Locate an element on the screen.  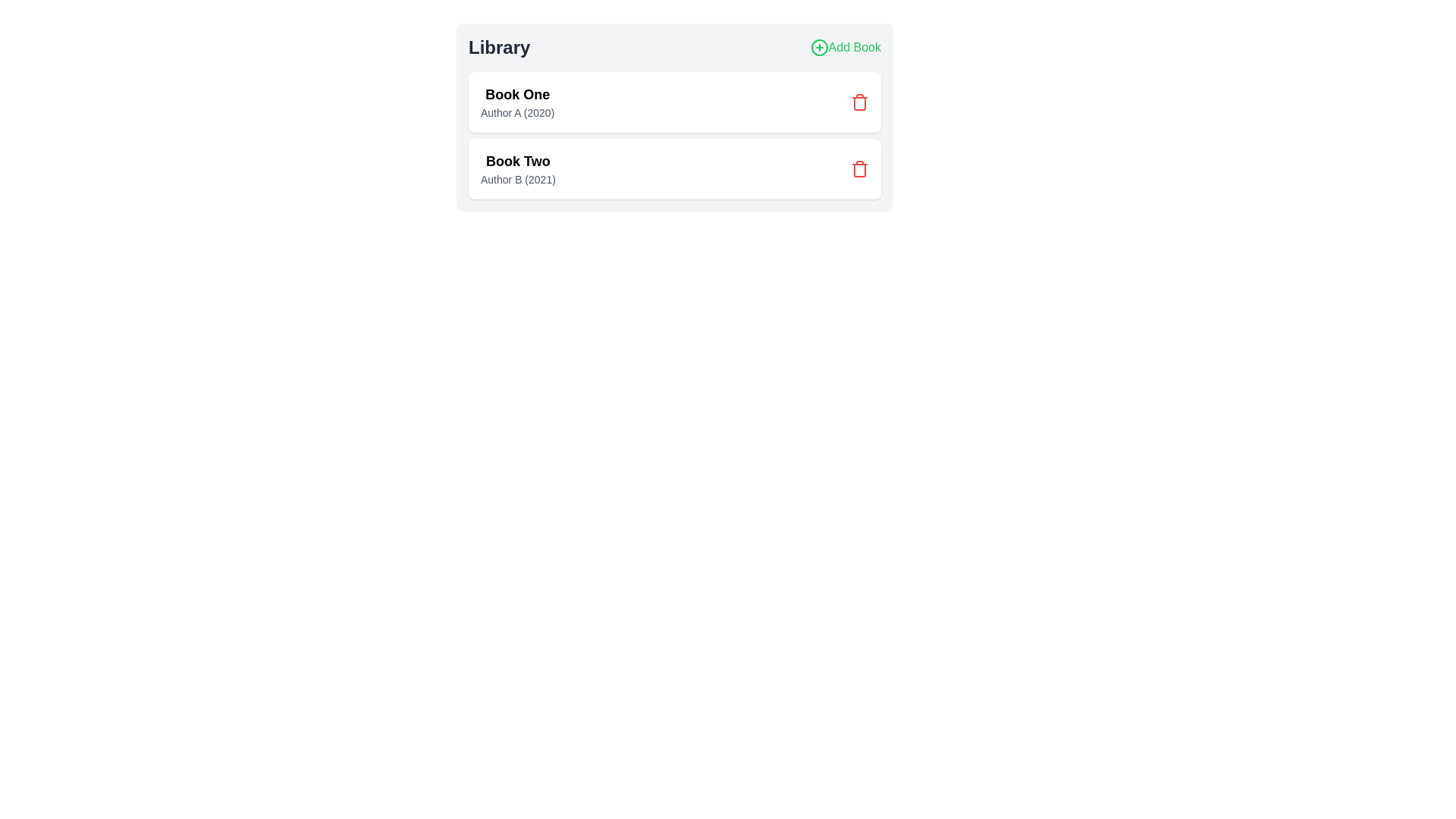
the bold text label reading 'Book One', which is positioned in the top-left section of the 'Library' interface, above the smaller text line 'Author A (2020)' is located at coordinates (517, 94).